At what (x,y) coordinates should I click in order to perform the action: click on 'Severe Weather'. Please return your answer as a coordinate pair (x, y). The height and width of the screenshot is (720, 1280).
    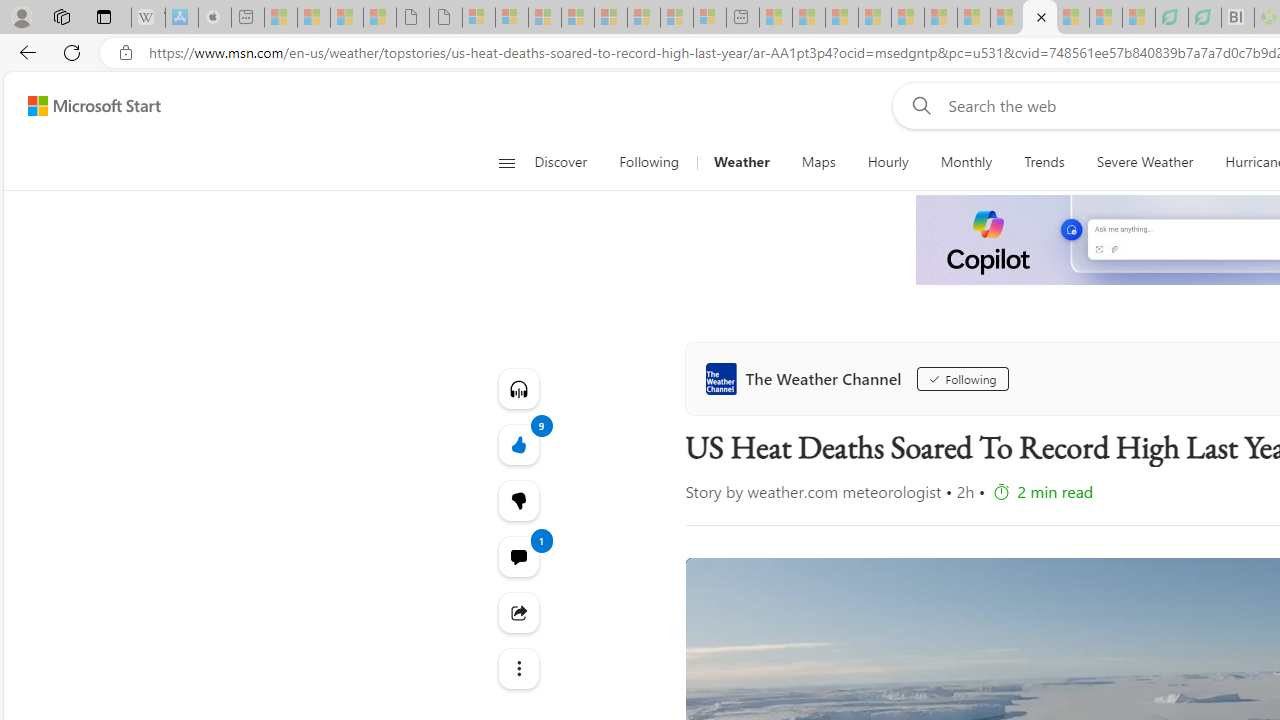
    Looking at the image, I should click on (1144, 162).